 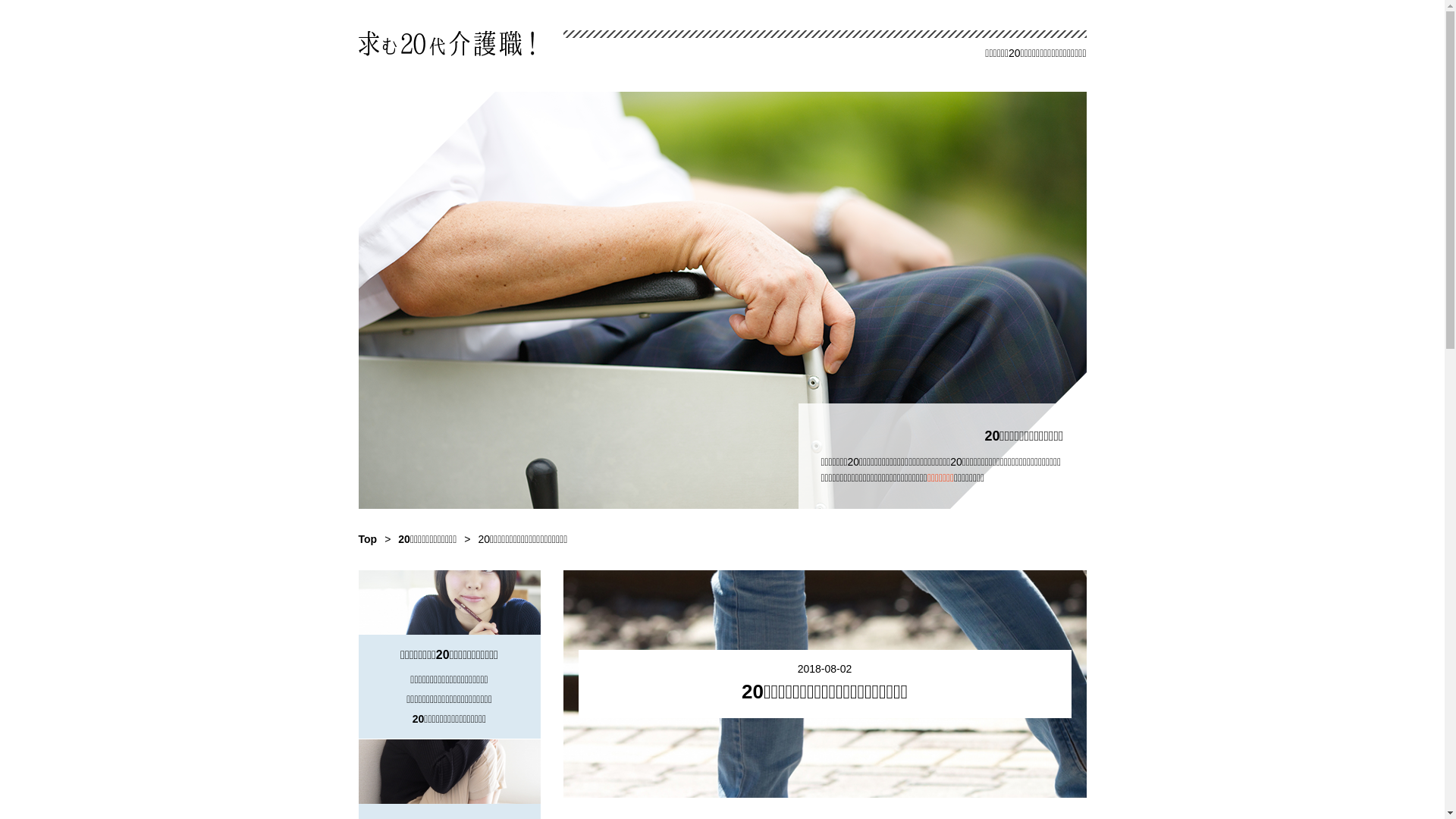 What do you see at coordinates (367, 538) in the screenshot?
I see `'Top'` at bounding box center [367, 538].